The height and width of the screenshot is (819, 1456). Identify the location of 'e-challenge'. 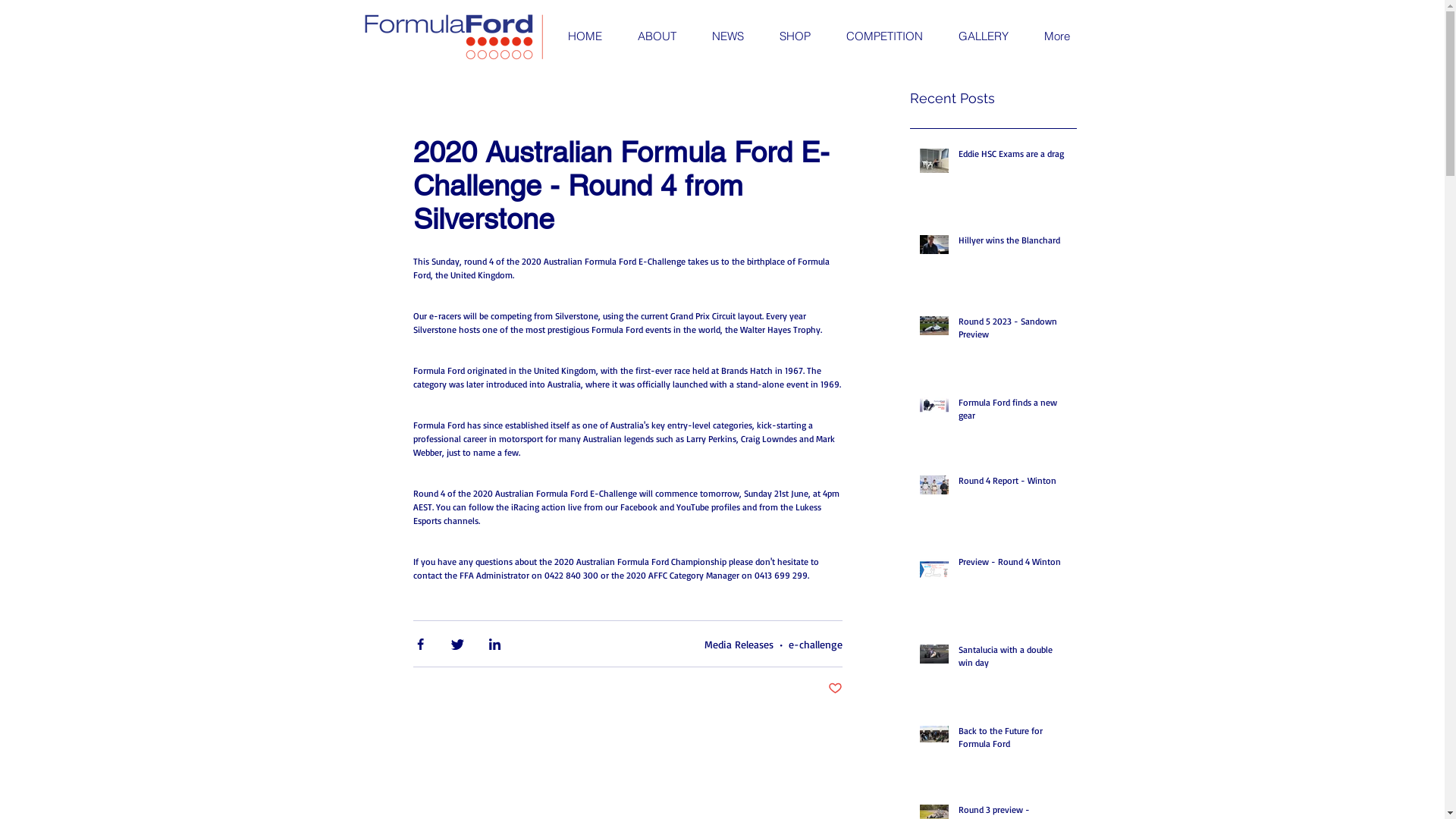
(814, 643).